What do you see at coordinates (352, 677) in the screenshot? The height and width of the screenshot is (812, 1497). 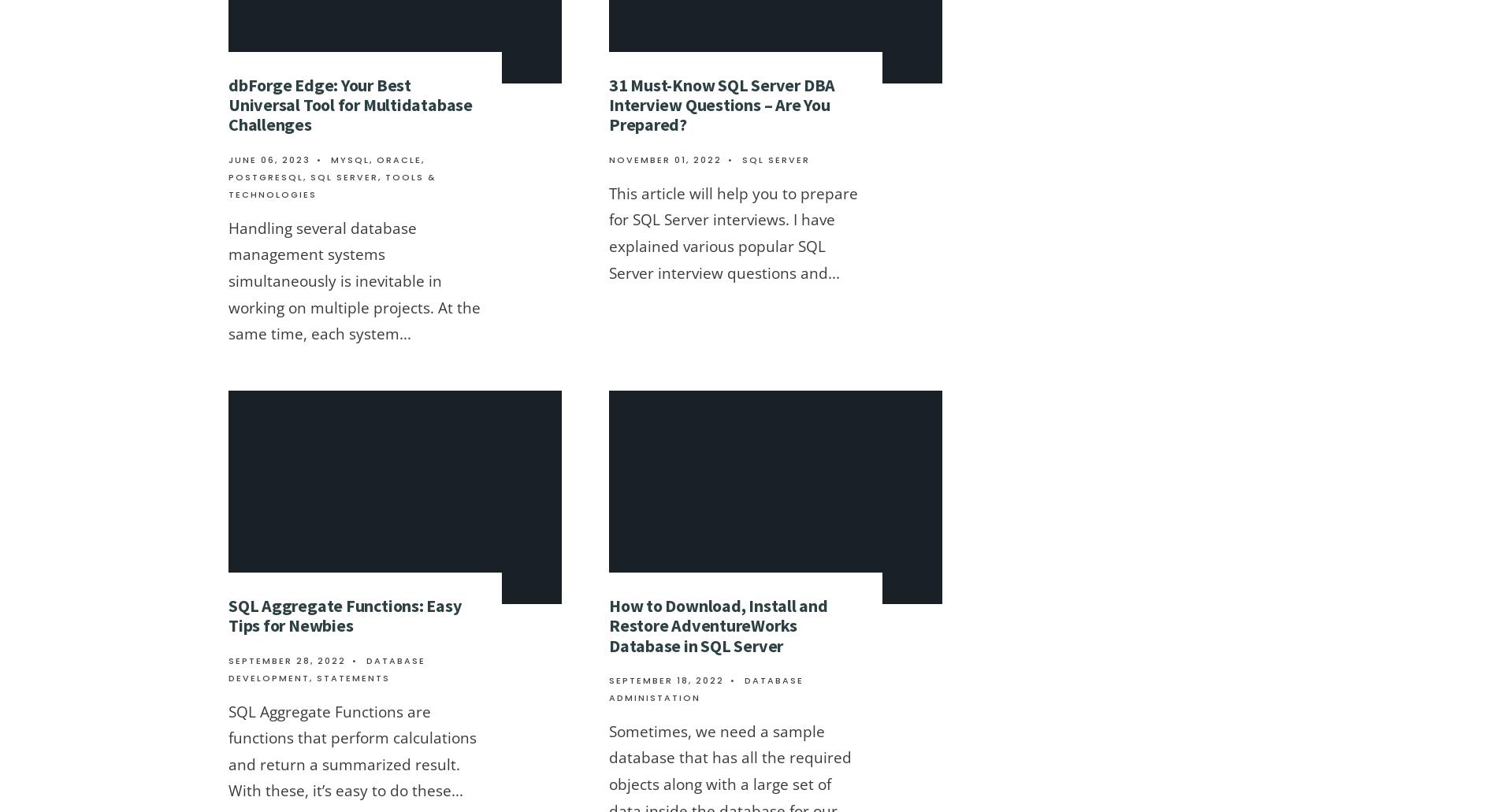 I see `'Statements'` at bounding box center [352, 677].